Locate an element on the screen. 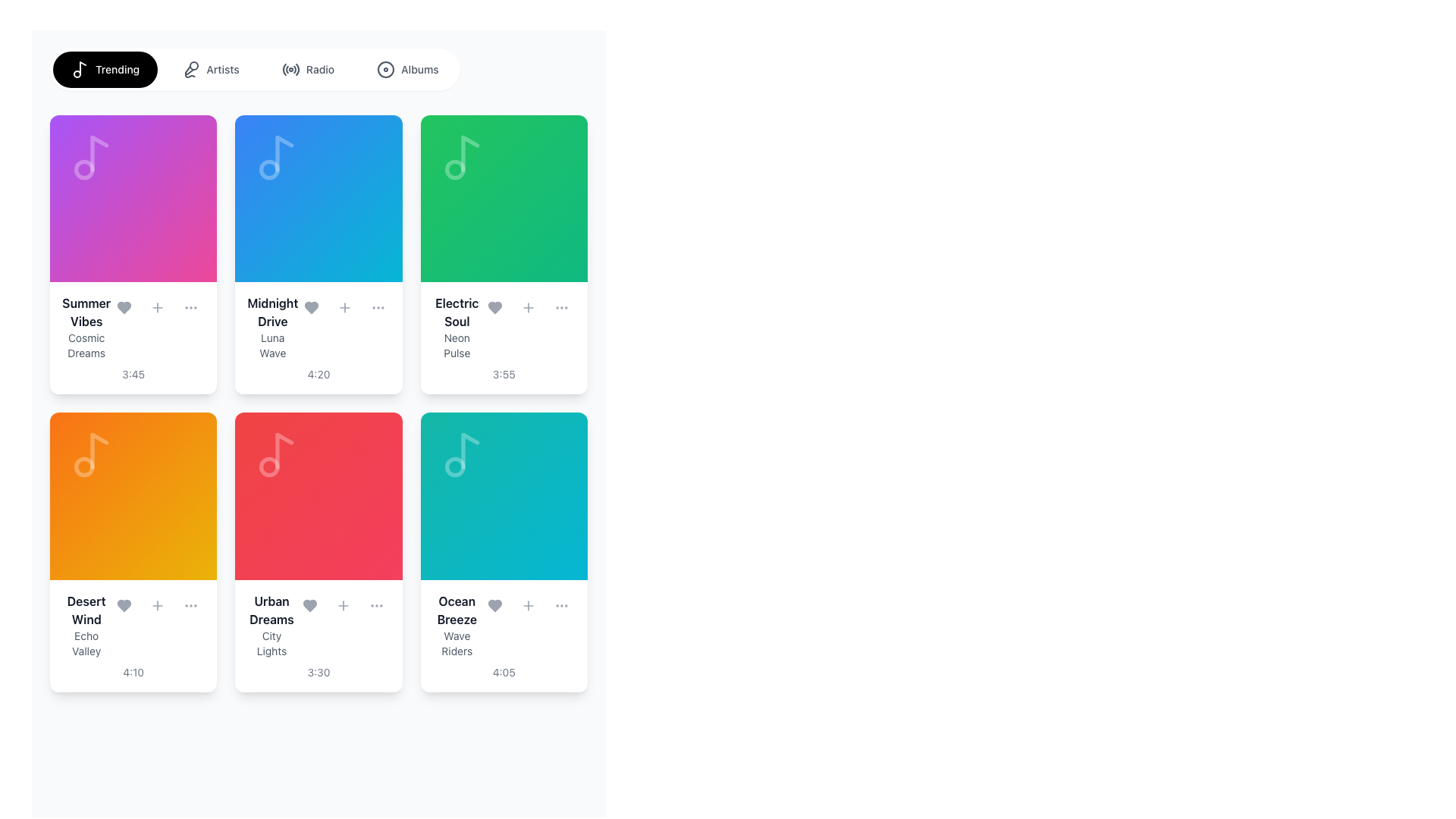 The image size is (1456, 819). the heart-shaped icon button styled in gray, located to the right of the text 'Urban Dreams' and above the duration label '3:30' is located at coordinates (309, 604).